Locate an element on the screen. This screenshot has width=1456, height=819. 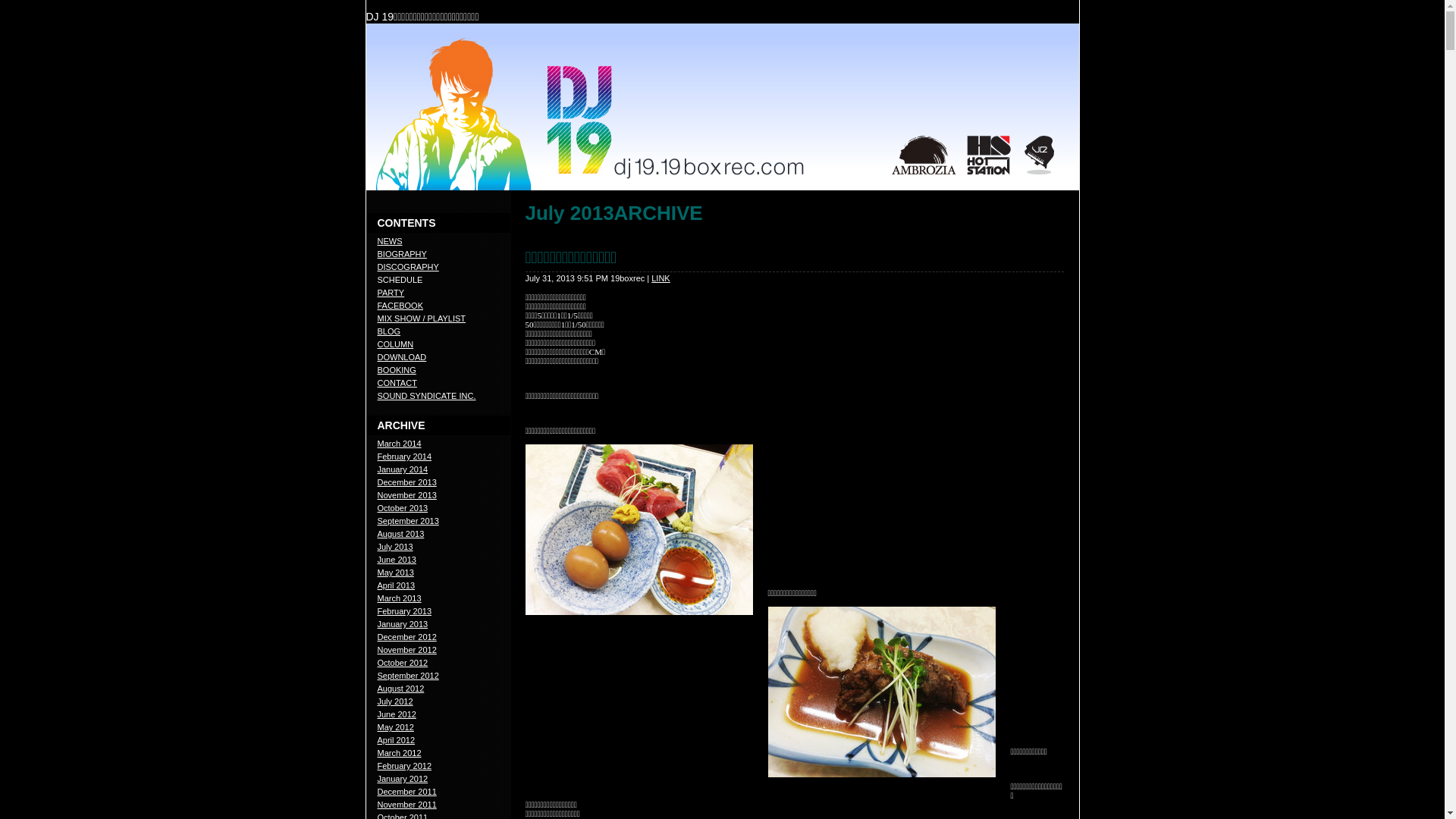
'May 2012' is located at coordinates (378, 726).